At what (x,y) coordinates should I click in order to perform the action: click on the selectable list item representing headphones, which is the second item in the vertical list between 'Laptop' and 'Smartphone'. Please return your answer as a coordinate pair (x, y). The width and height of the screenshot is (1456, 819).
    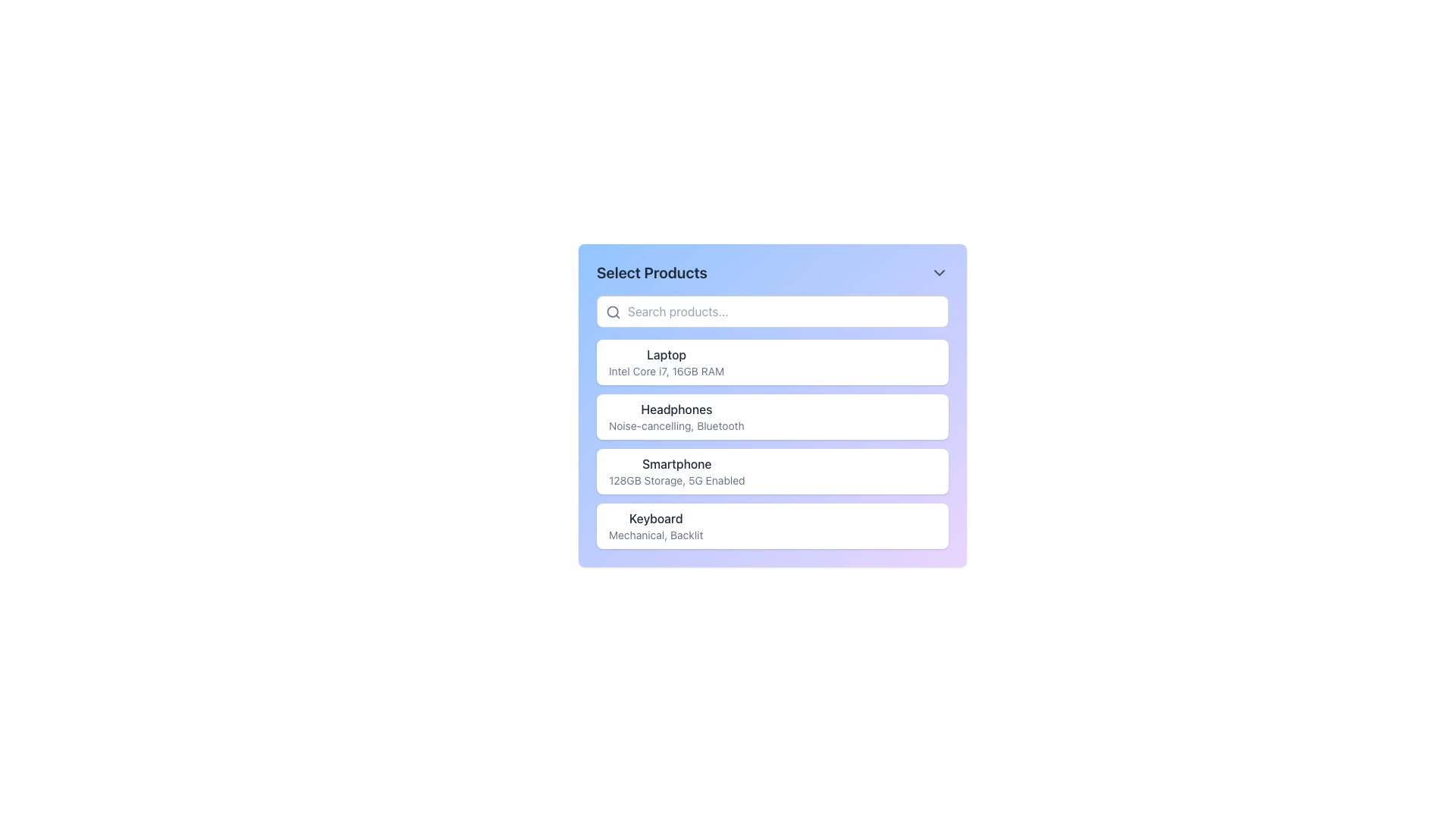
    Looking at the image, I should click on (772, 417).